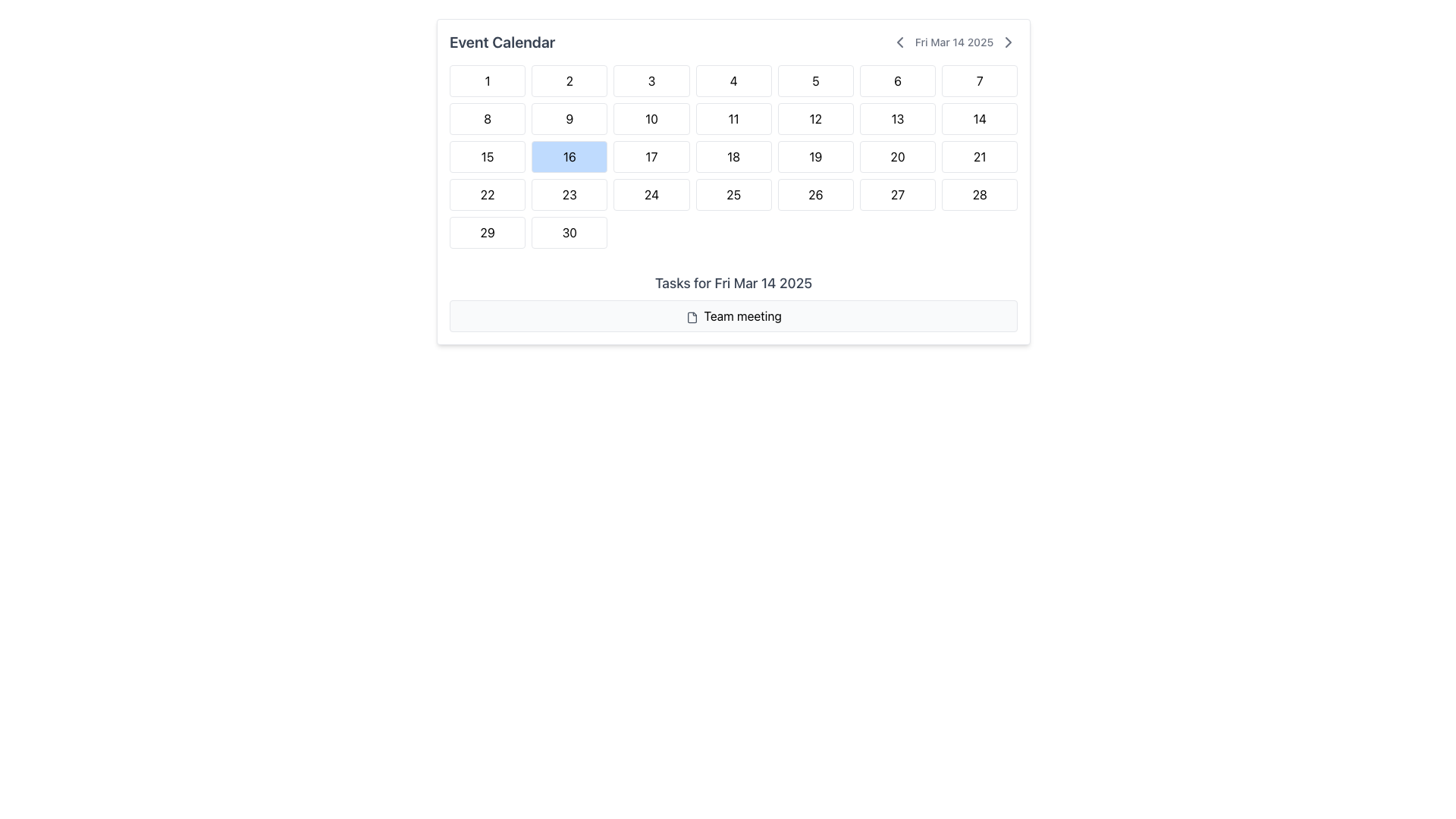 This screenshot has width=1456, height=819. Describe the element at coordinates (488, 81) in the screenshot. I see `the button representing the first day of the month in the calendar interface` at that location.